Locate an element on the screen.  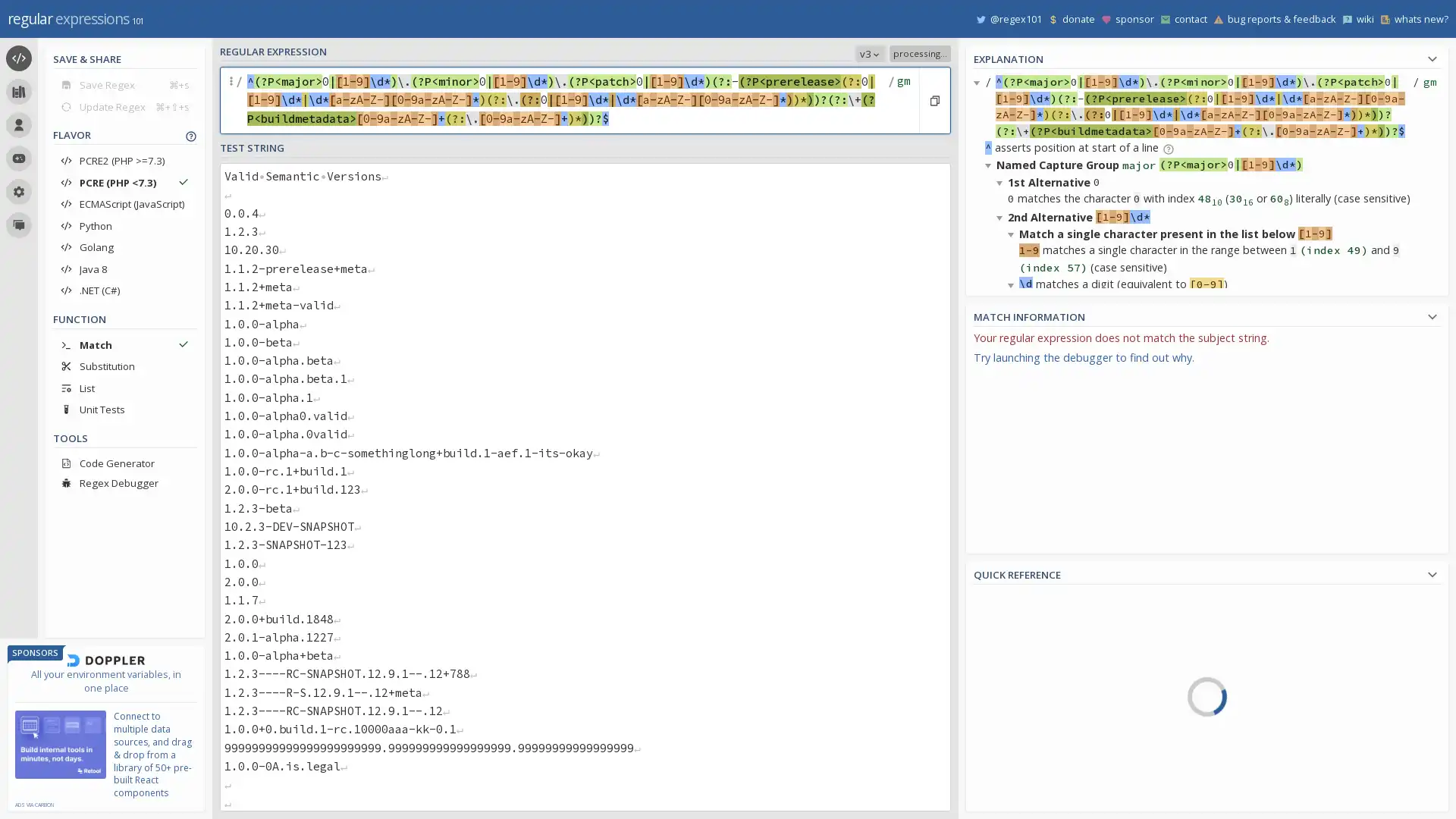
Group major is located at coordinates (1014, 625).